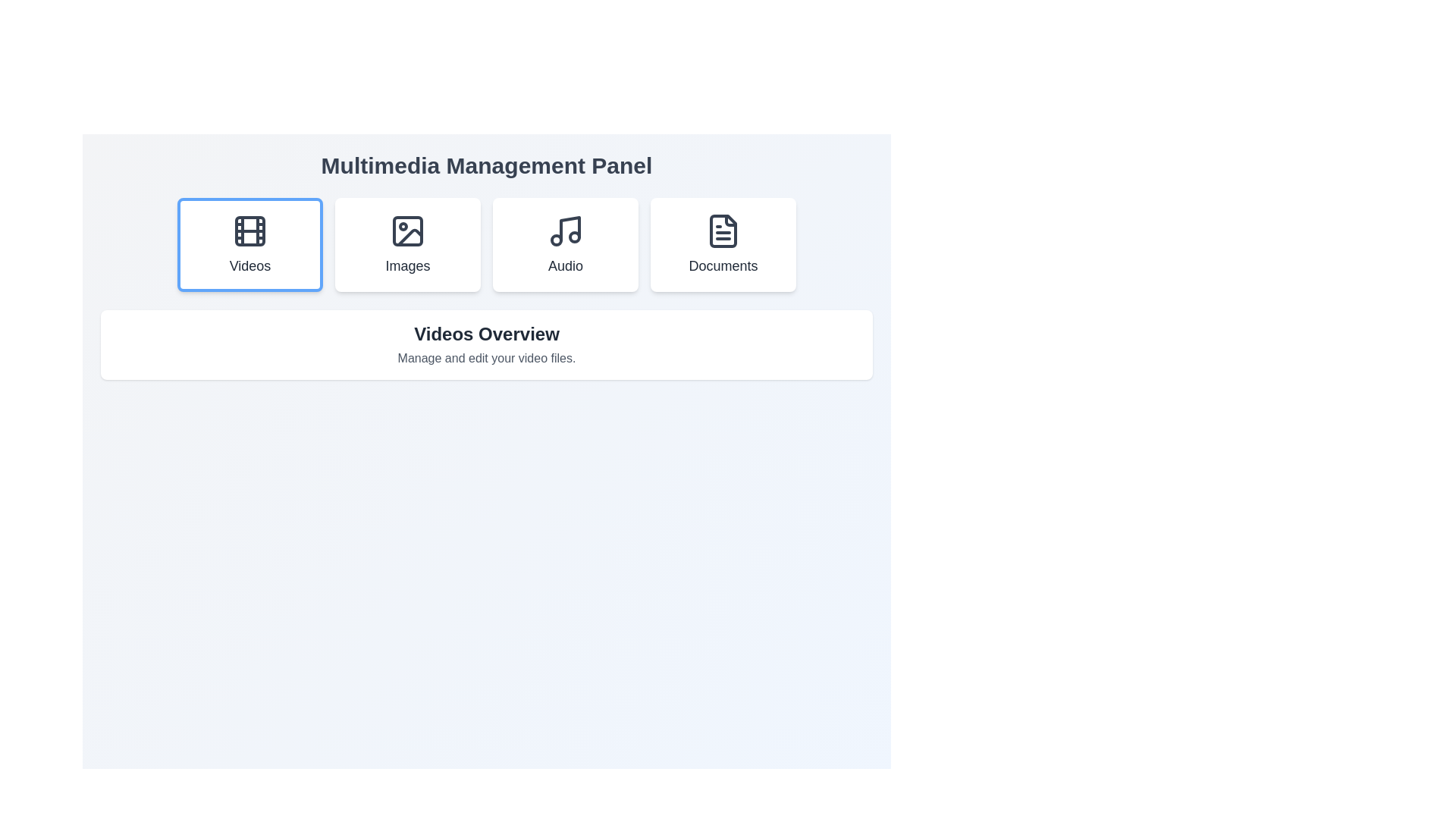  What do you see at coordinates (250, 244) in the screenshot?
I see `the 'Videos' button, which is the first card in the Multimedia Management Panel, featuring a film roll icon and a bold text label 'Videos', to activate the visual emphasis effect` at bounding box center [250, 244].